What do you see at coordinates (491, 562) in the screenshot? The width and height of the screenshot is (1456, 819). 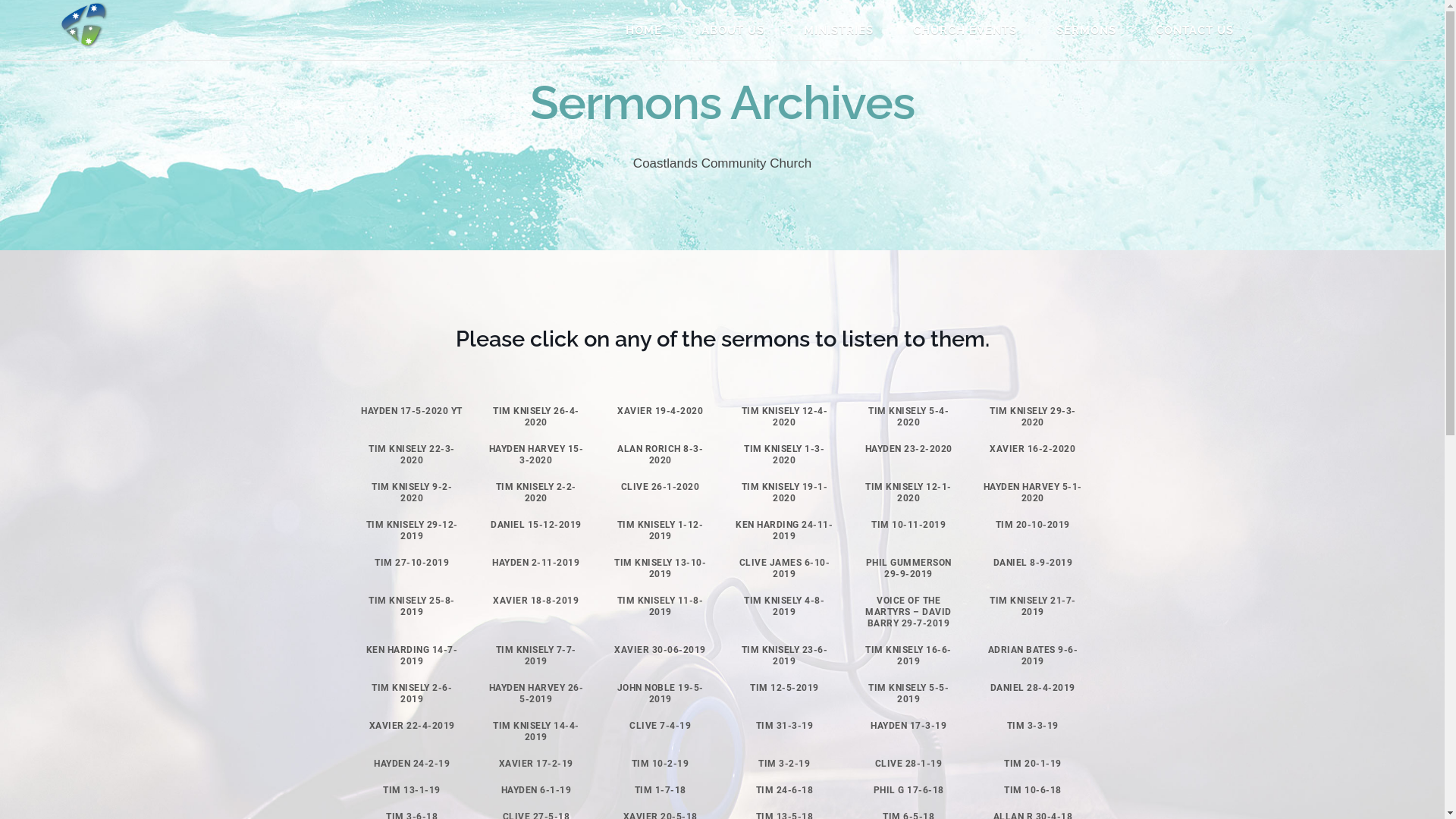 I see `'HAYDEN 2-11-2019'` at bounding box center [491, 562].